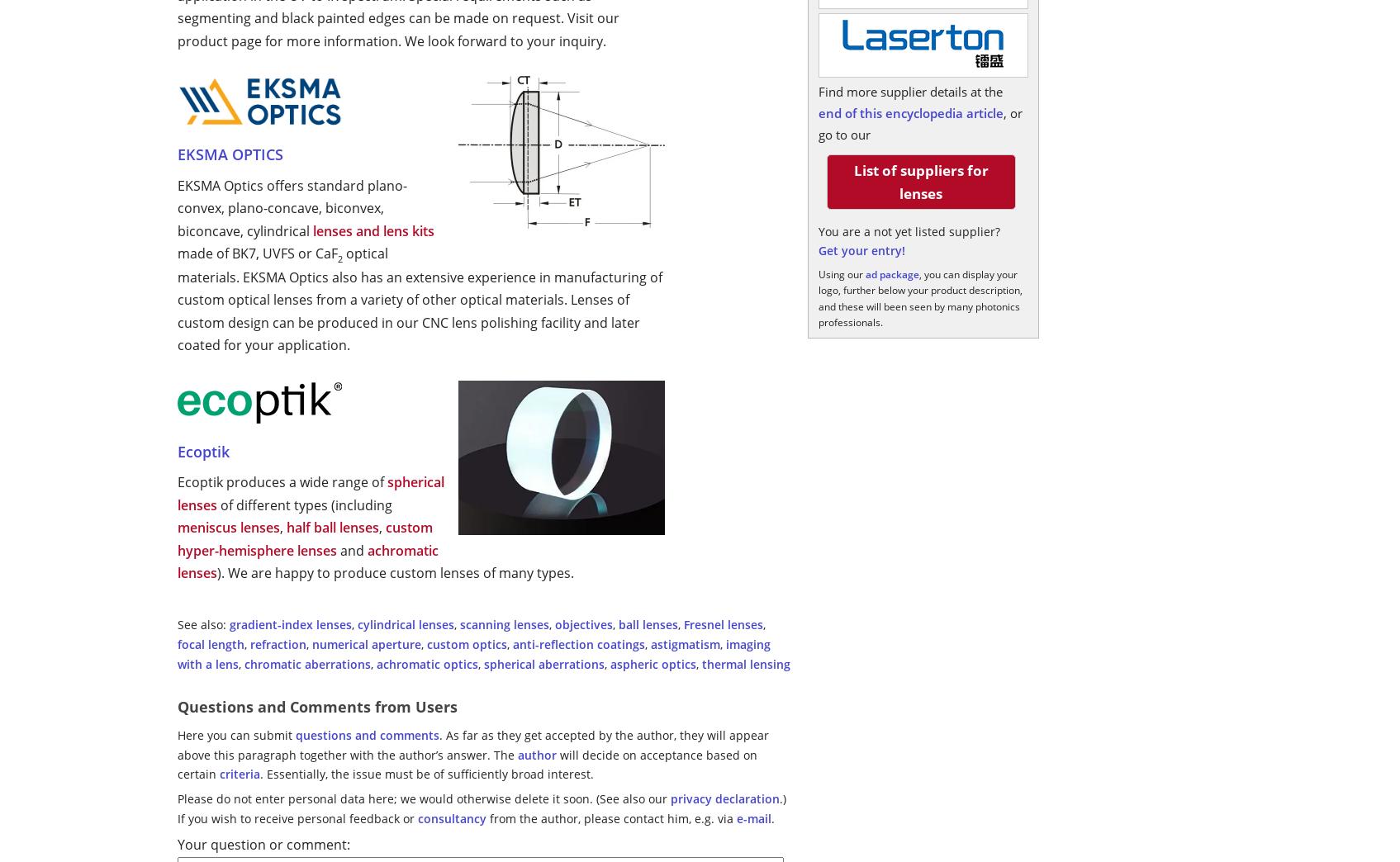  Describe the element at coordinates (555, 623) in the screenshot. I see `'objectives'` at that location.